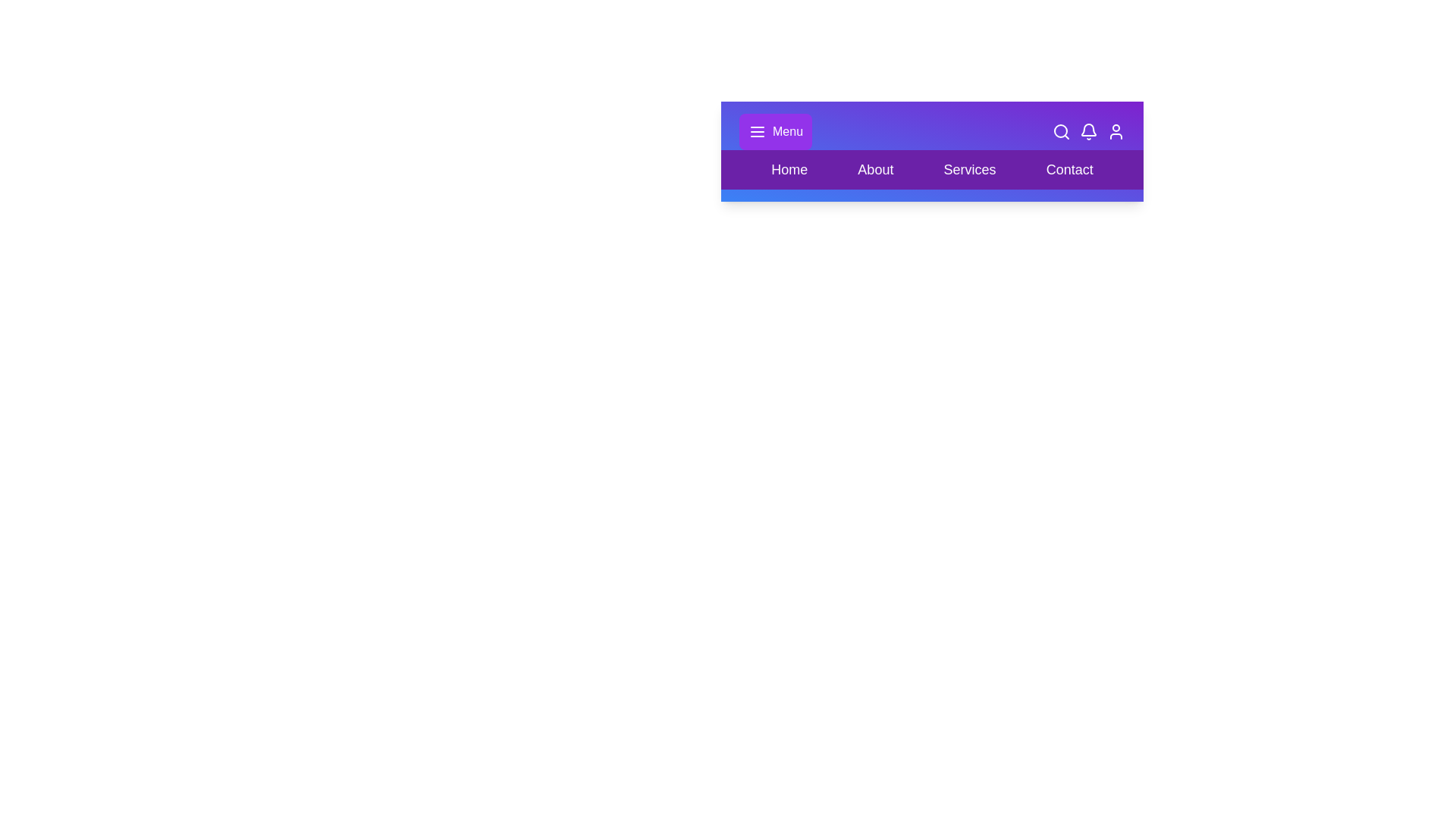 The width and height of the screenshot is (1456, 819). What do you see at coordinates (969, 169) in the screenshot?
I see `the navigation option Services` at bounding box center [969, 169].